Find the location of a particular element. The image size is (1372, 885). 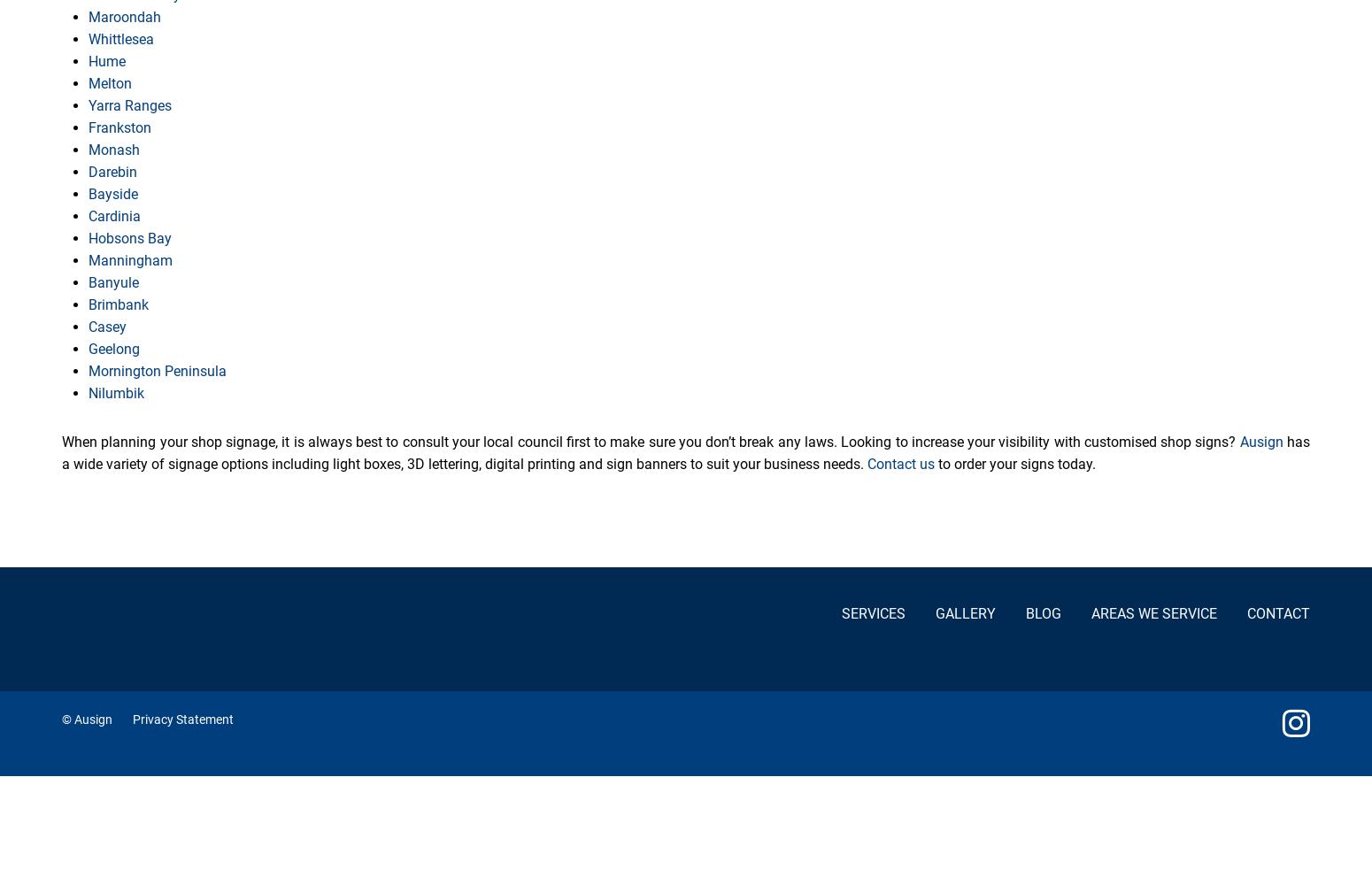

'Services' is located at coordinates (871, 612).